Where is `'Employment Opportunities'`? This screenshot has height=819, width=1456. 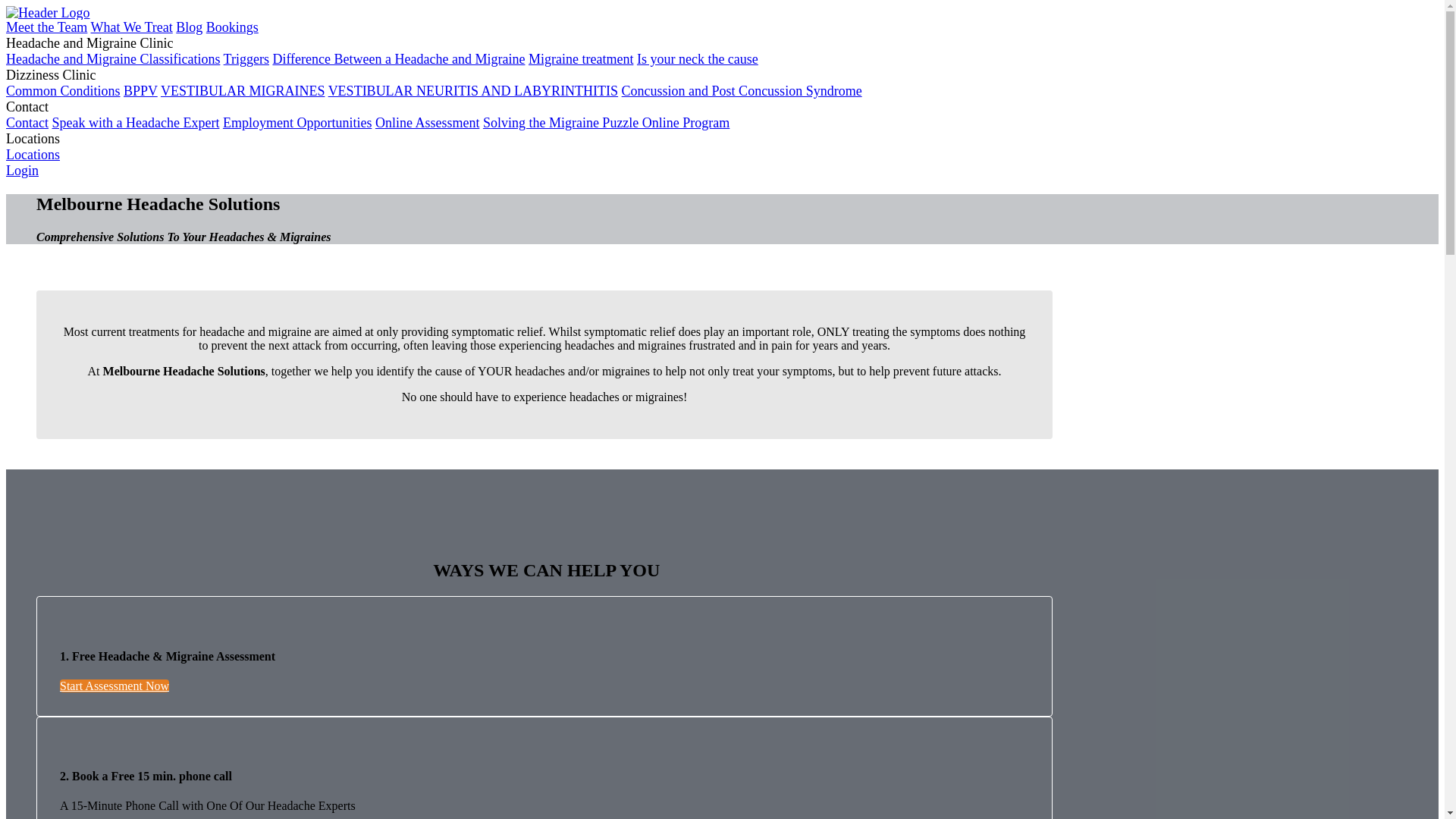
'Employment Opportunities' is located at coordinates (297, 122).